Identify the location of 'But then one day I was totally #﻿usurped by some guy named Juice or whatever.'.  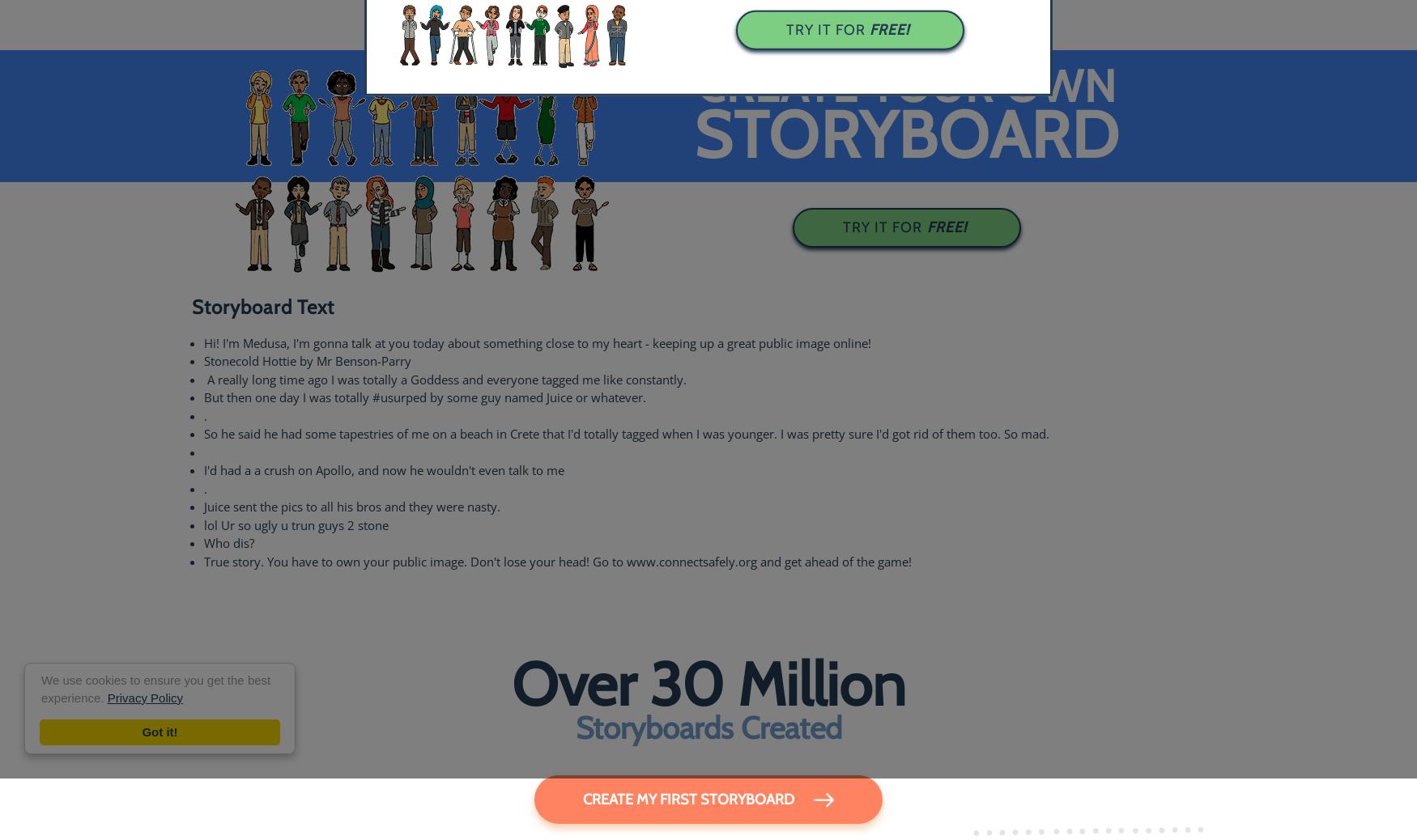
(424, 397).